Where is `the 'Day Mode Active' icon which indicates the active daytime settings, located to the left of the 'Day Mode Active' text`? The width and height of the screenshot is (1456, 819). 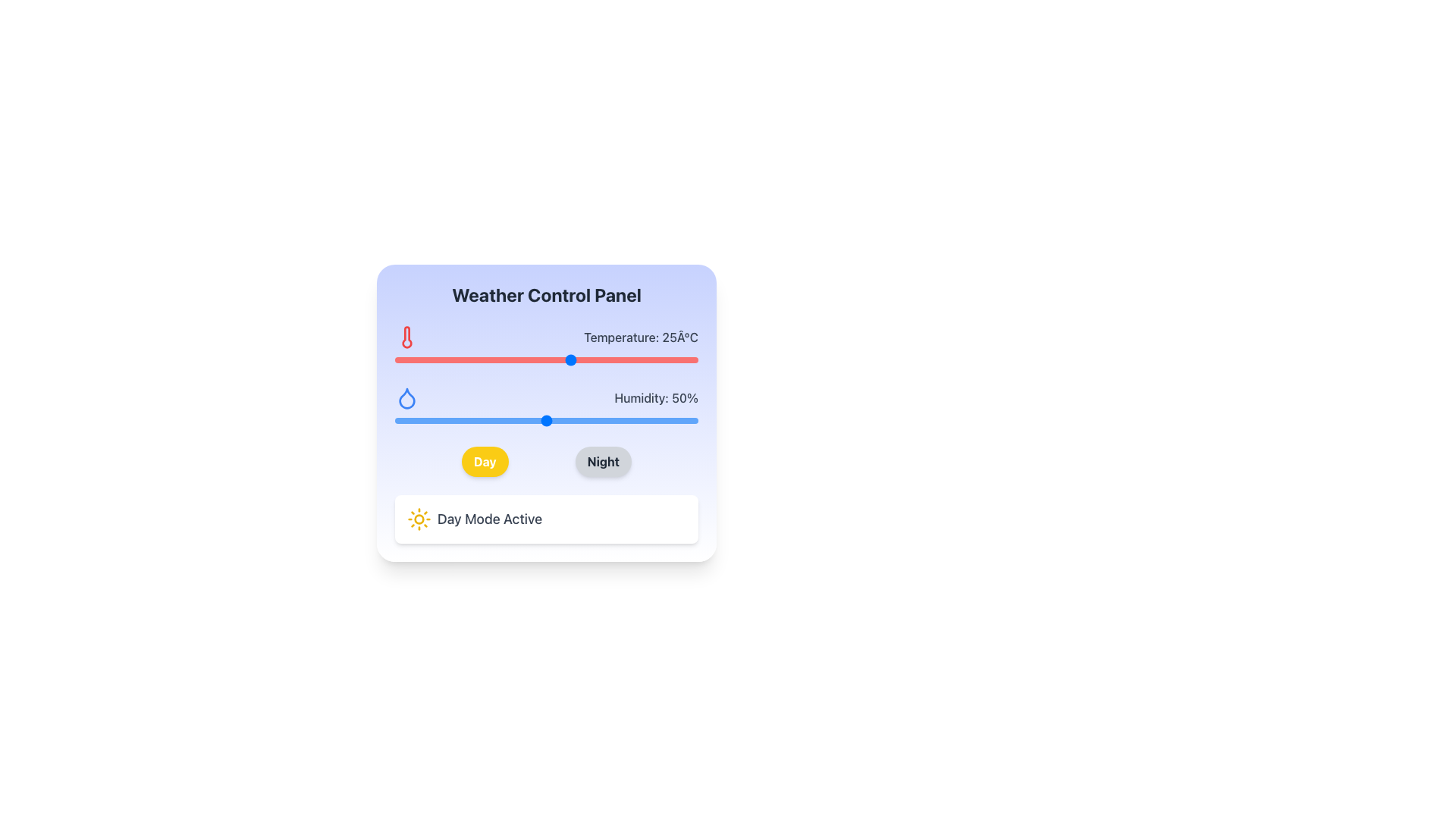
the 'Day Mode Active' icon which indicates the active daytime settings, located to the left of the 'Day Mode Active' text is located at coordinates (419, 519).